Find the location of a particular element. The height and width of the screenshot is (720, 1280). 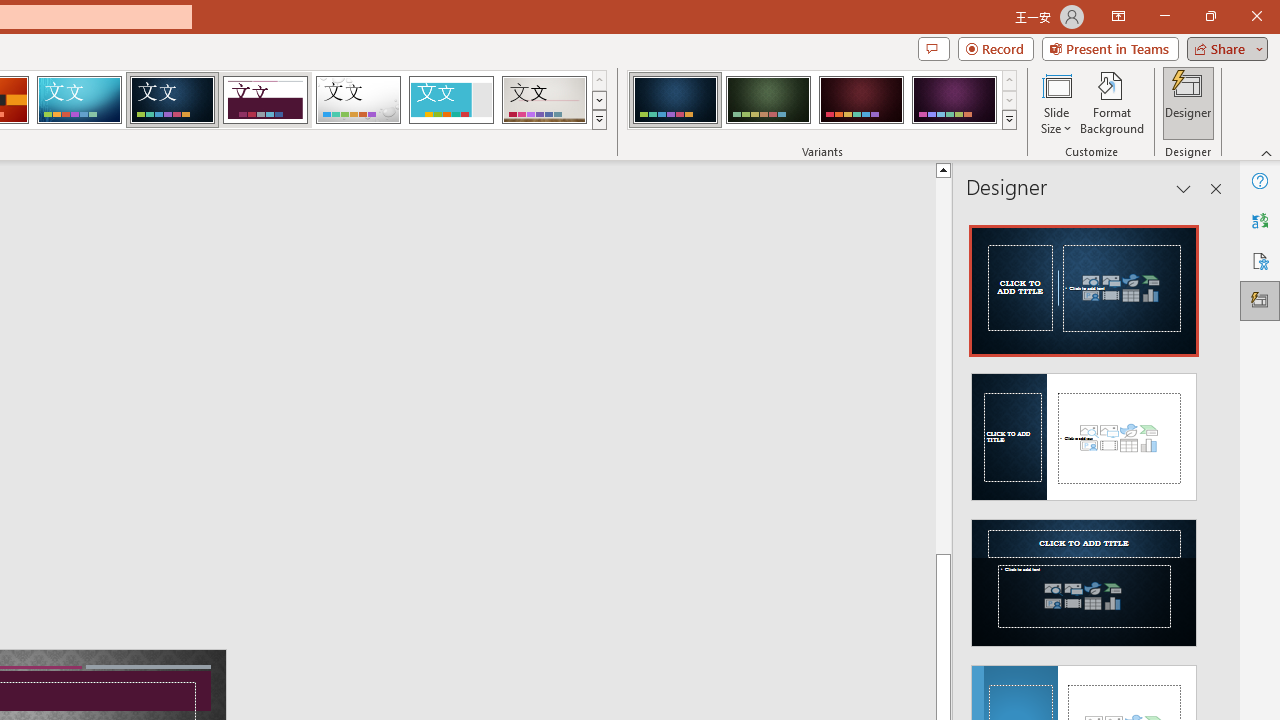

'Format Background' is located at coordinates (1111, 103).